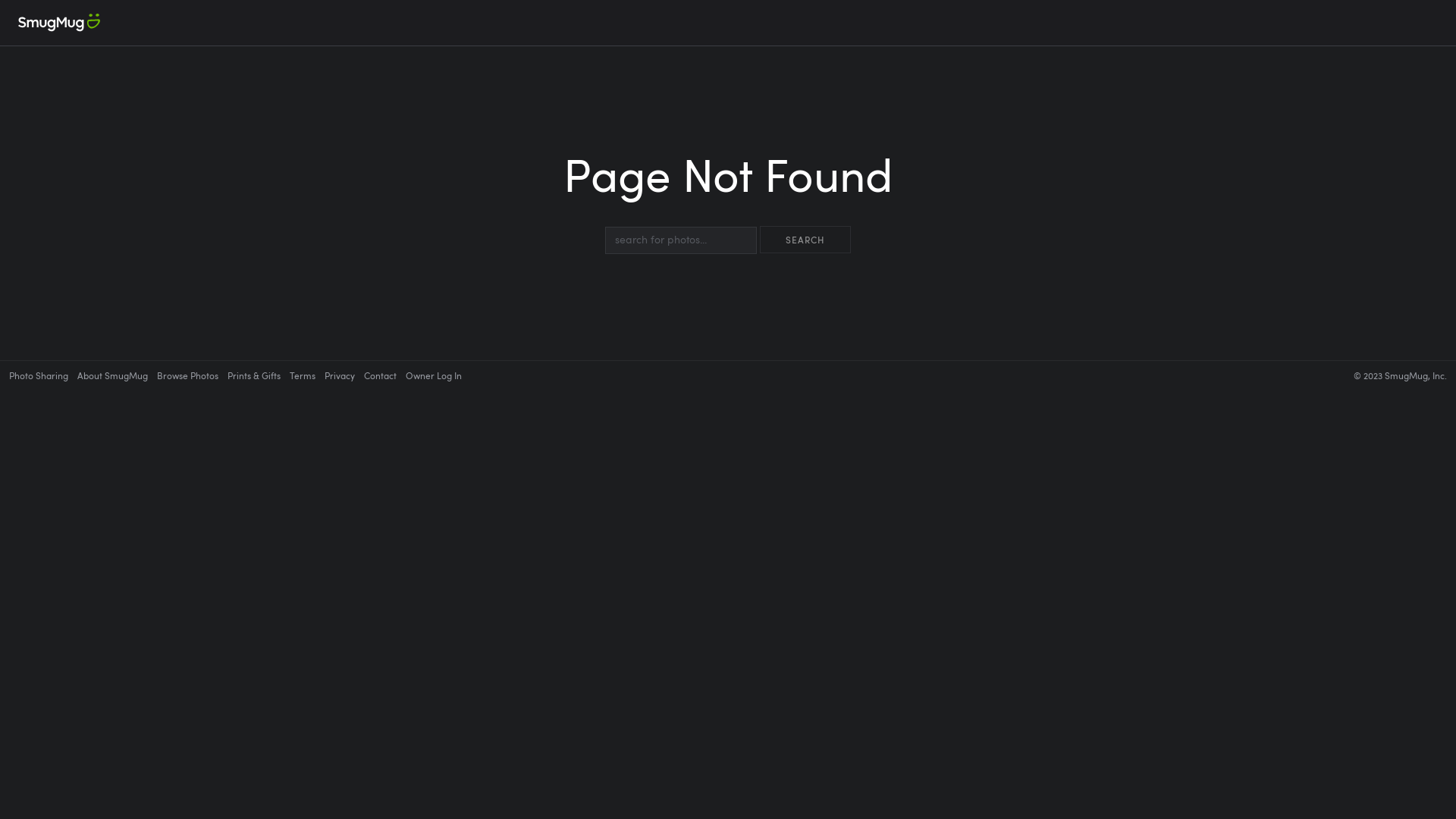 This screenshot has height=819, width=1456. What do you see at coordinates (0, 23) in the screenshot?
I see `'SmugMug'` at bounding box center [0, 23].